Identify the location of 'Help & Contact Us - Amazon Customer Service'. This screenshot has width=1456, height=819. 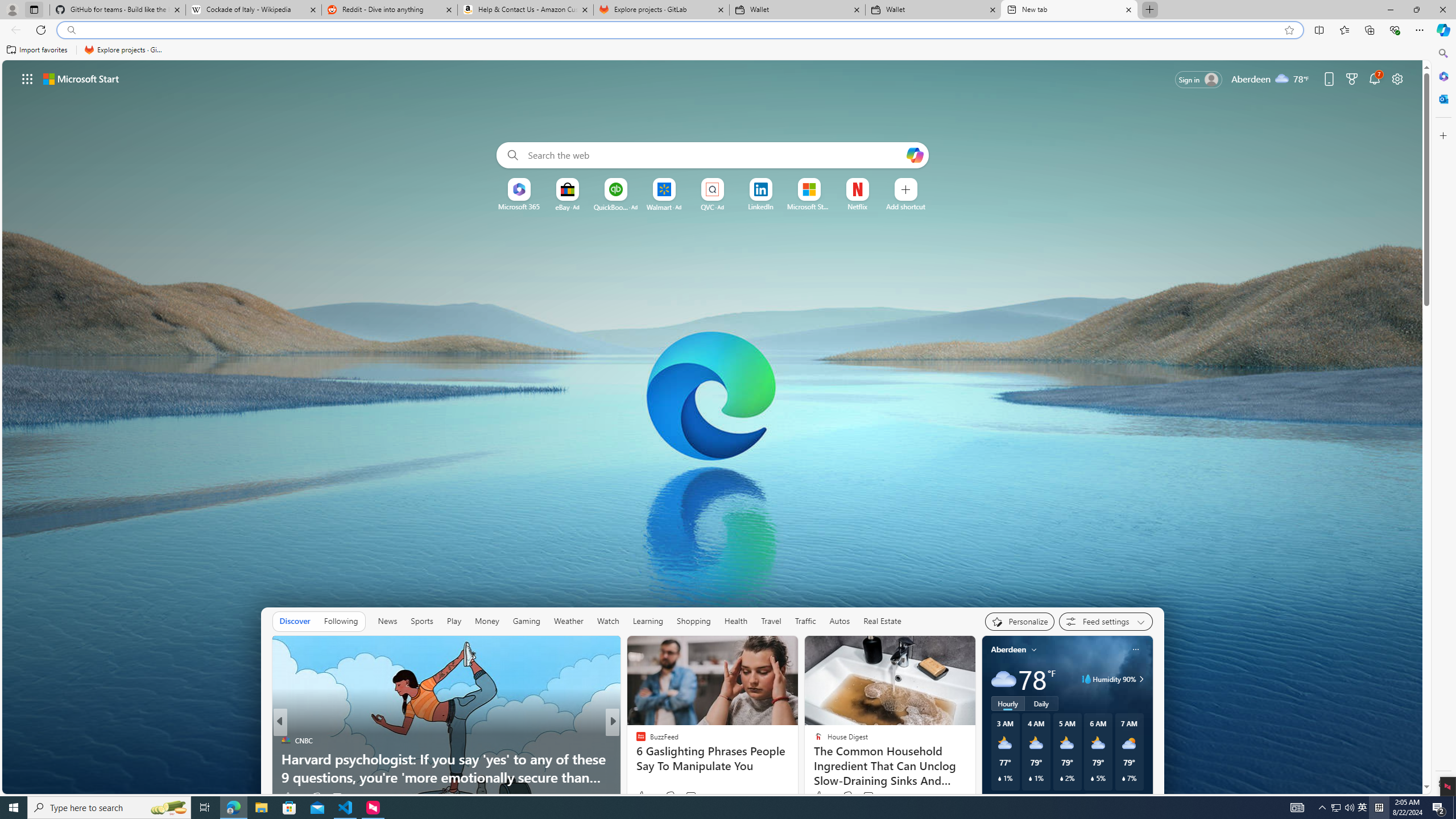
(526, 9).